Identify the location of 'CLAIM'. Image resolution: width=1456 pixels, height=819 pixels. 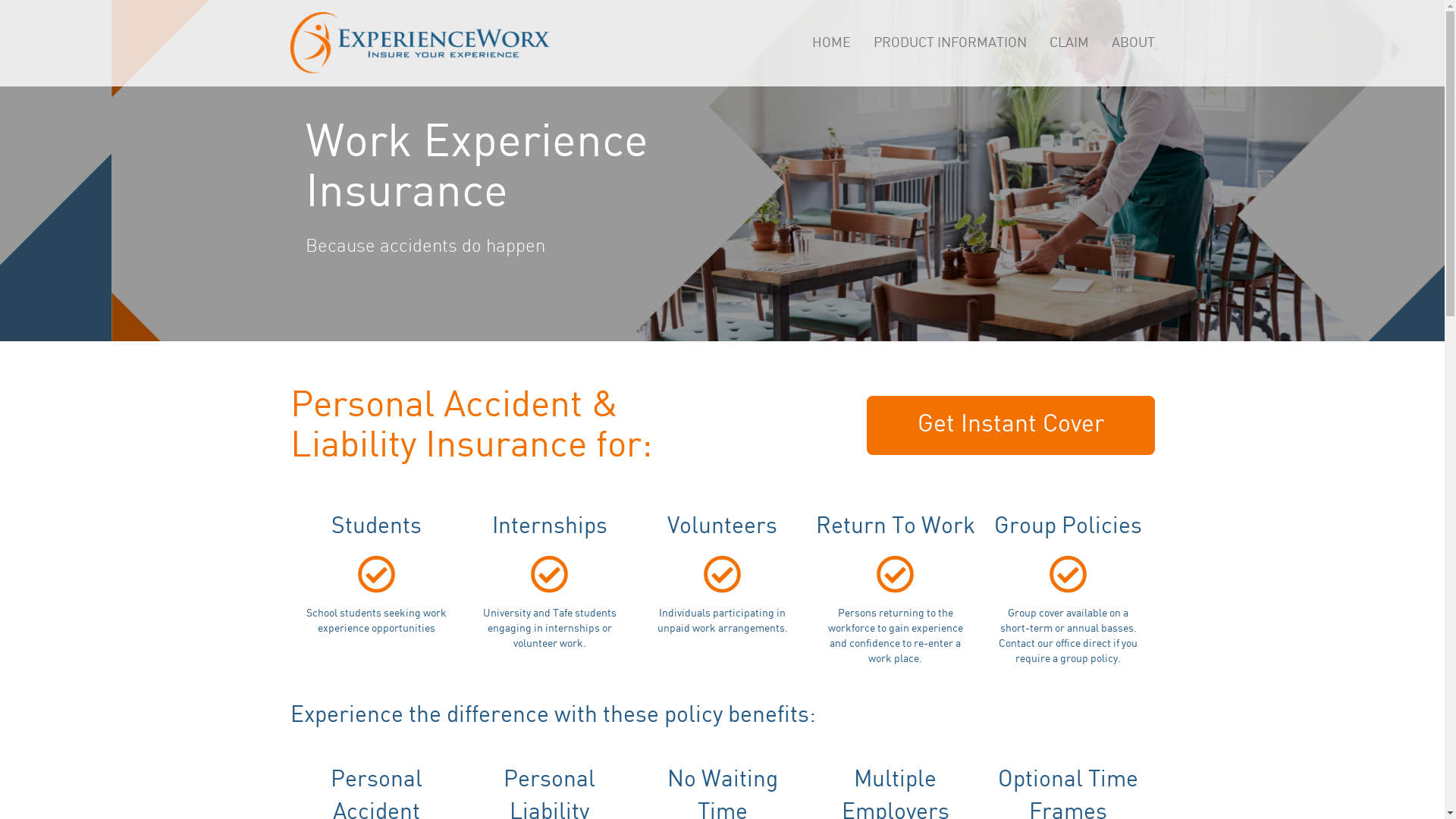
(1068, 42).